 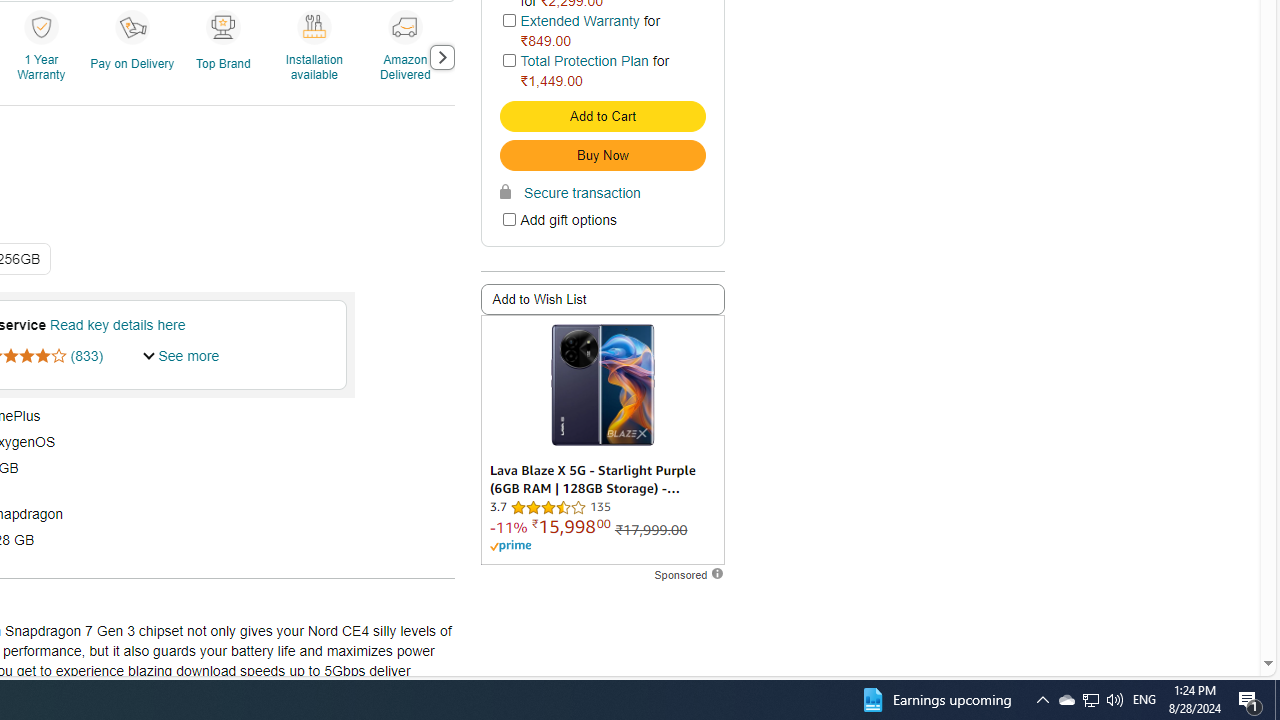 I want to click on 'Pay on Delivery', so click(x=134, y=55).